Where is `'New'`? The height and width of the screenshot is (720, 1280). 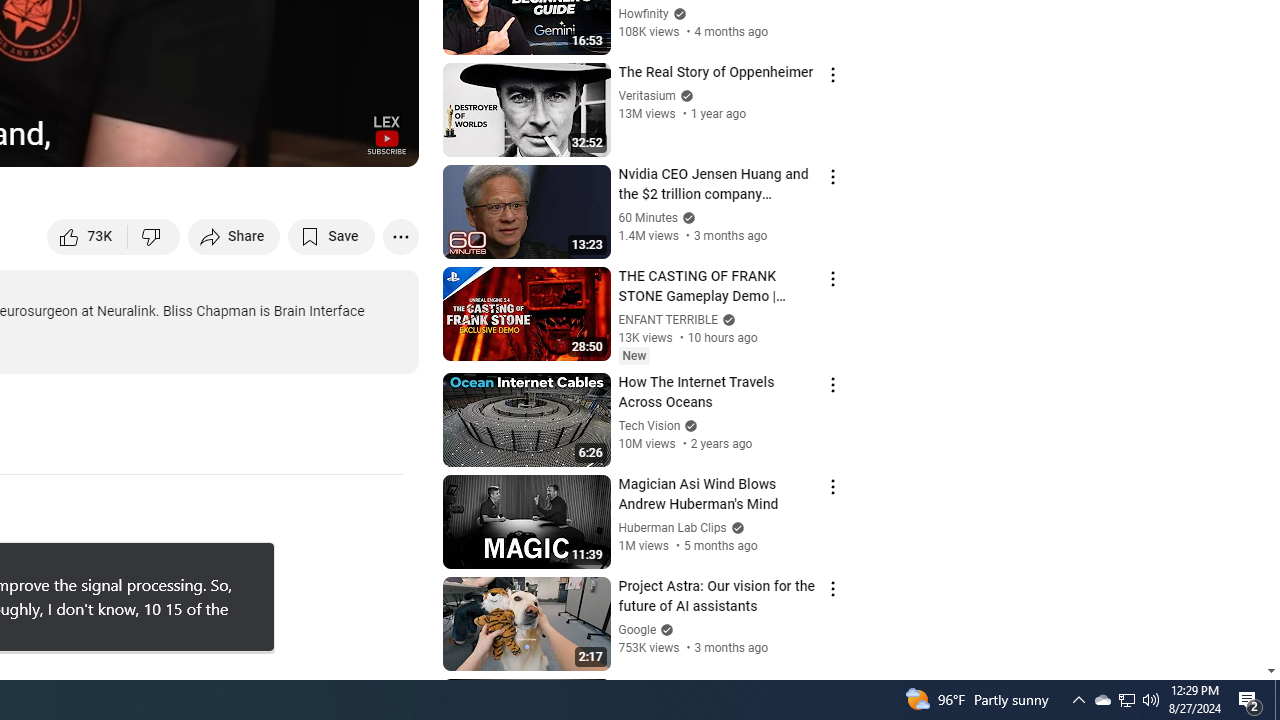 'New' is located at coordinates (633, 355).